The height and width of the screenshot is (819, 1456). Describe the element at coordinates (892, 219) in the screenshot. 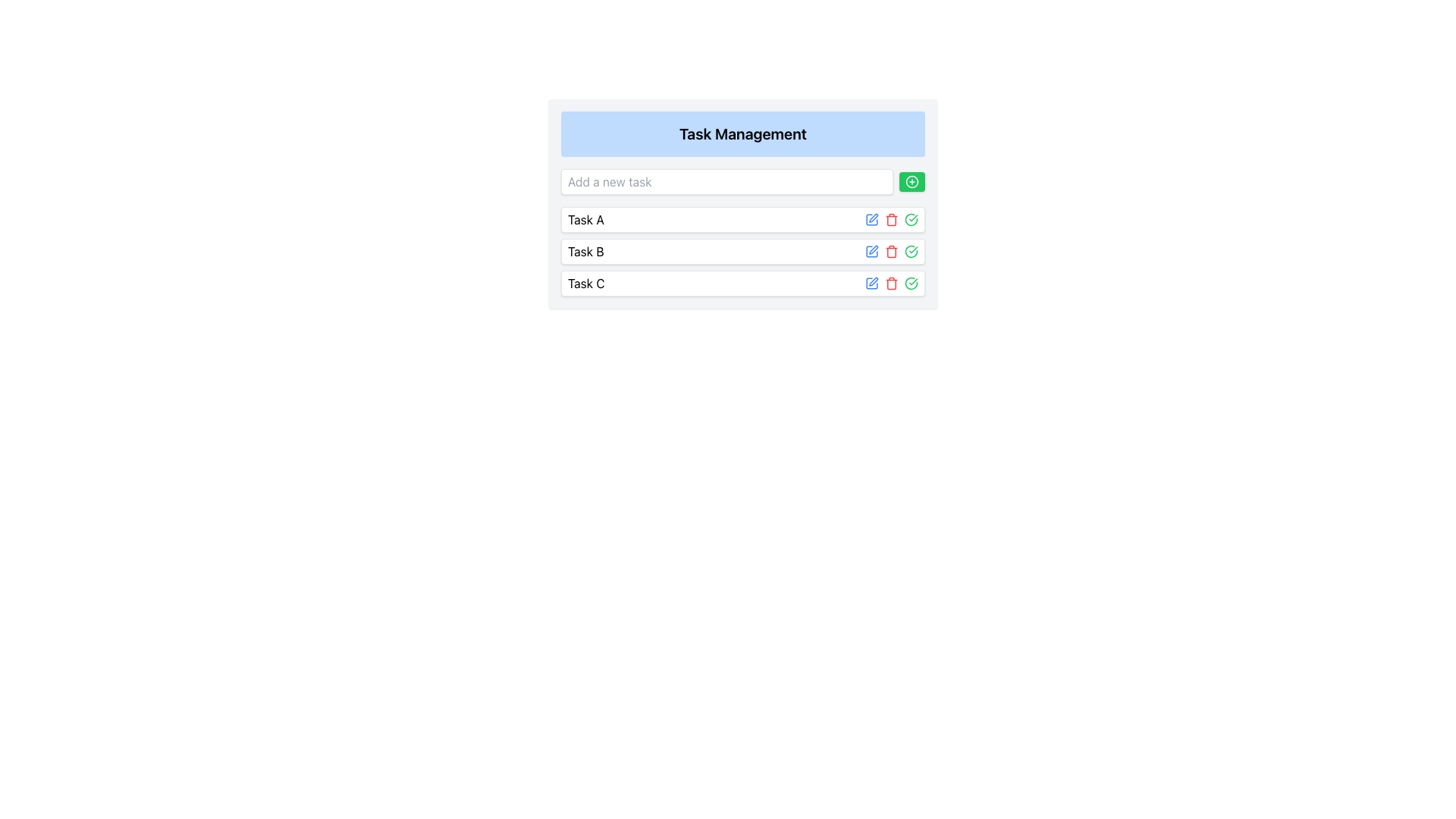

I see `the trash can icon, which is the second button from the right in the task item icons for 'Task A'` at that location.